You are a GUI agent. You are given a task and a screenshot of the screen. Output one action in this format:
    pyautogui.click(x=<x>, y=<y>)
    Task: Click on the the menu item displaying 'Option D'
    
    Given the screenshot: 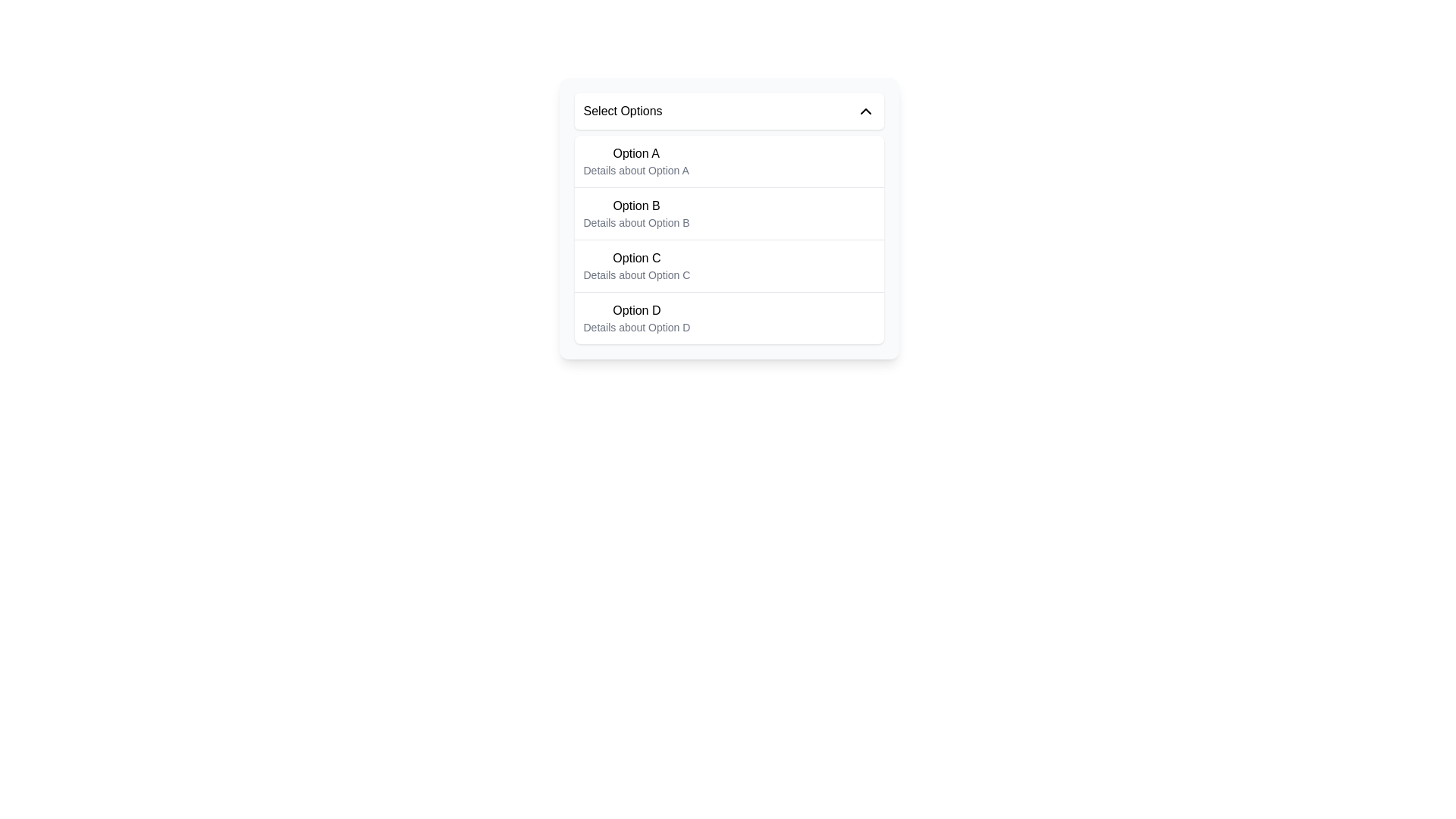 What is the action you would take?
    pyautogui.click(x=637, y=318)
    